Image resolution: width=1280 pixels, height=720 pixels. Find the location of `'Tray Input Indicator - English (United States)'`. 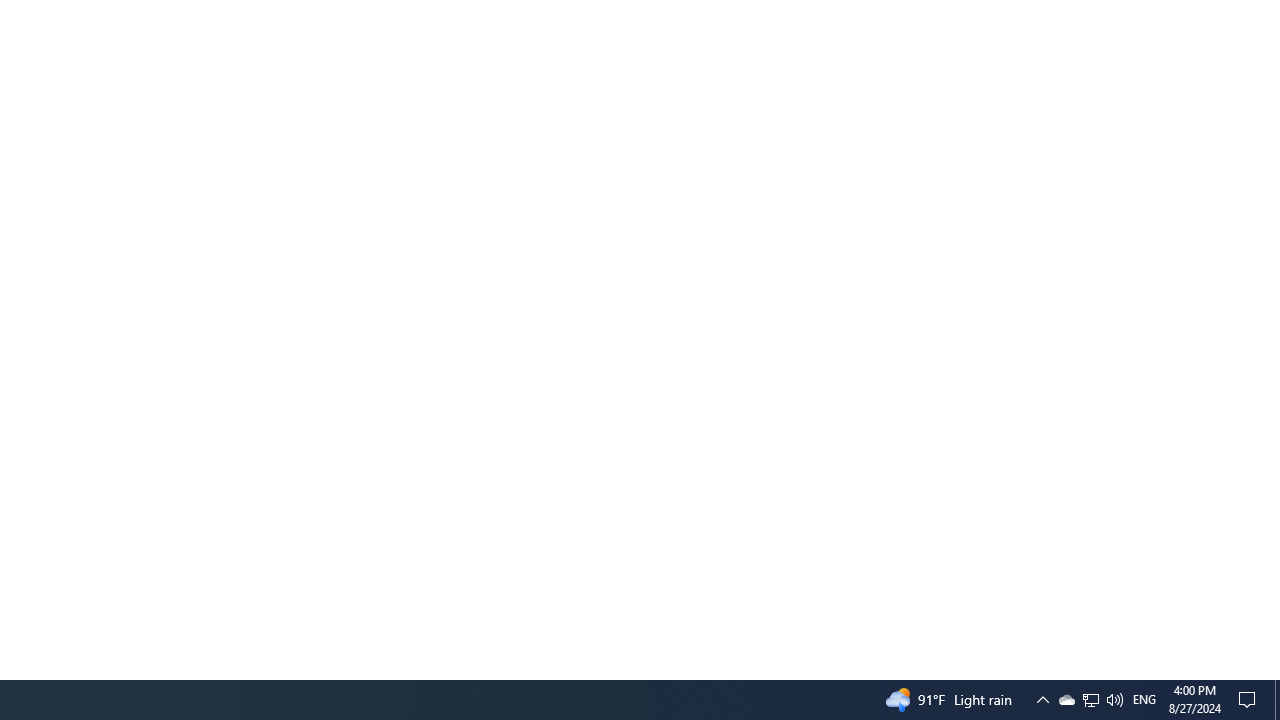

'Tray Input Indicator - English (United States)' is located at coordinates (1144, 698).